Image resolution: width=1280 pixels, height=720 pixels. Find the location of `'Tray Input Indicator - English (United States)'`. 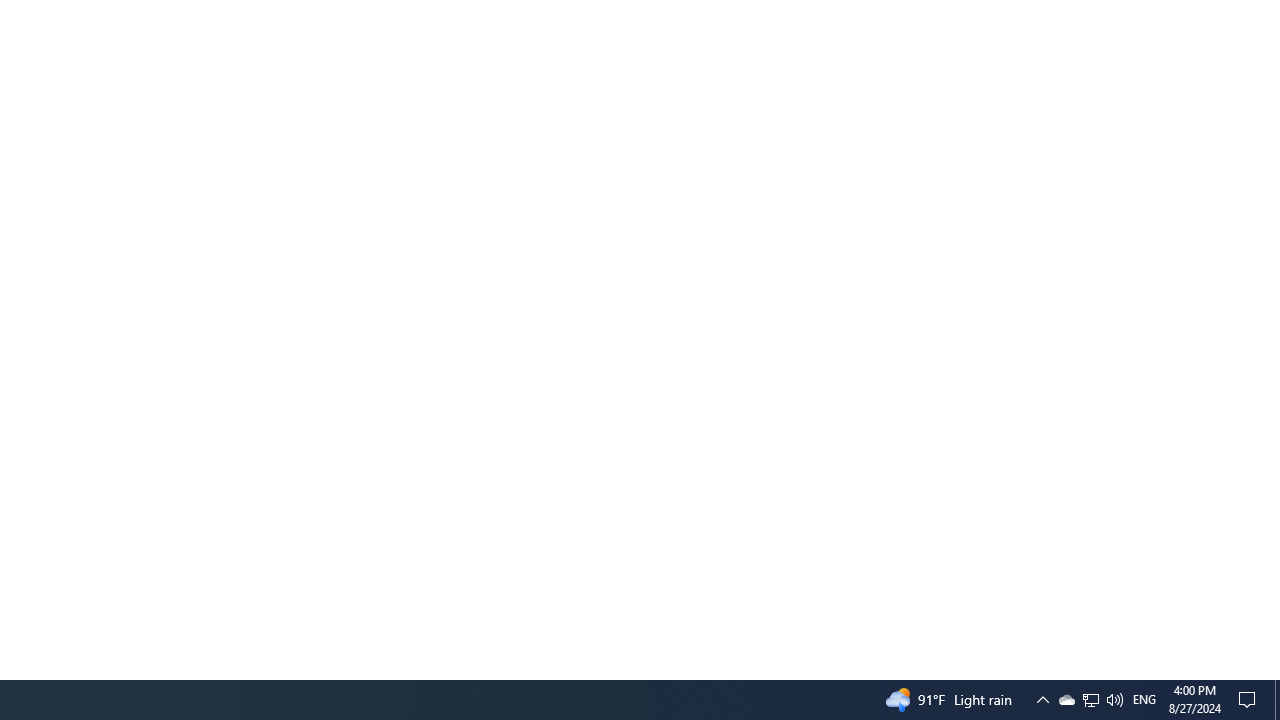

'Tray Input Indicator - English (United States)' is located at coordinates (1144, 698).